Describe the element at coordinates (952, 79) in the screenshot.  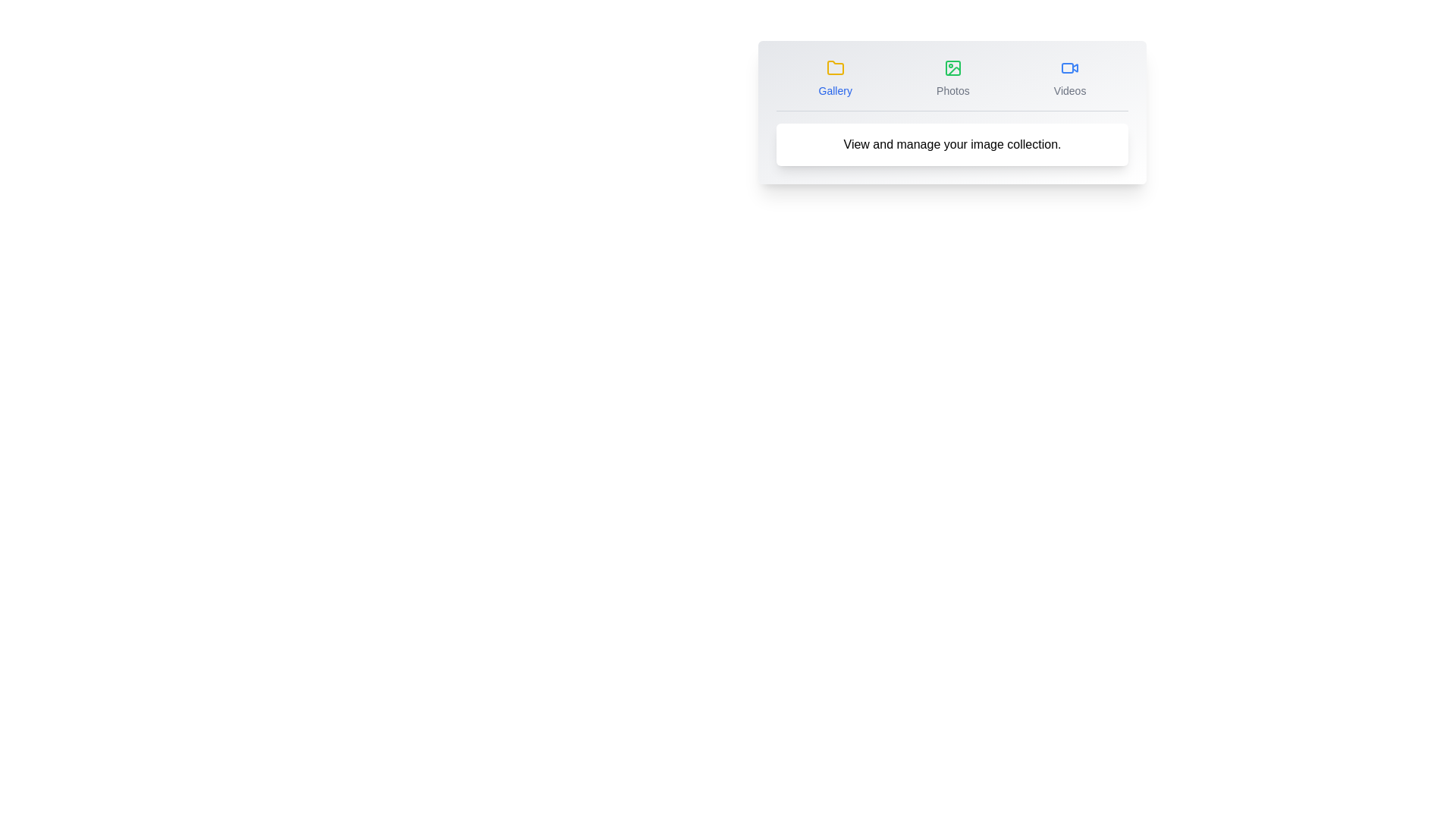
I see `the Photos tab` at that location.